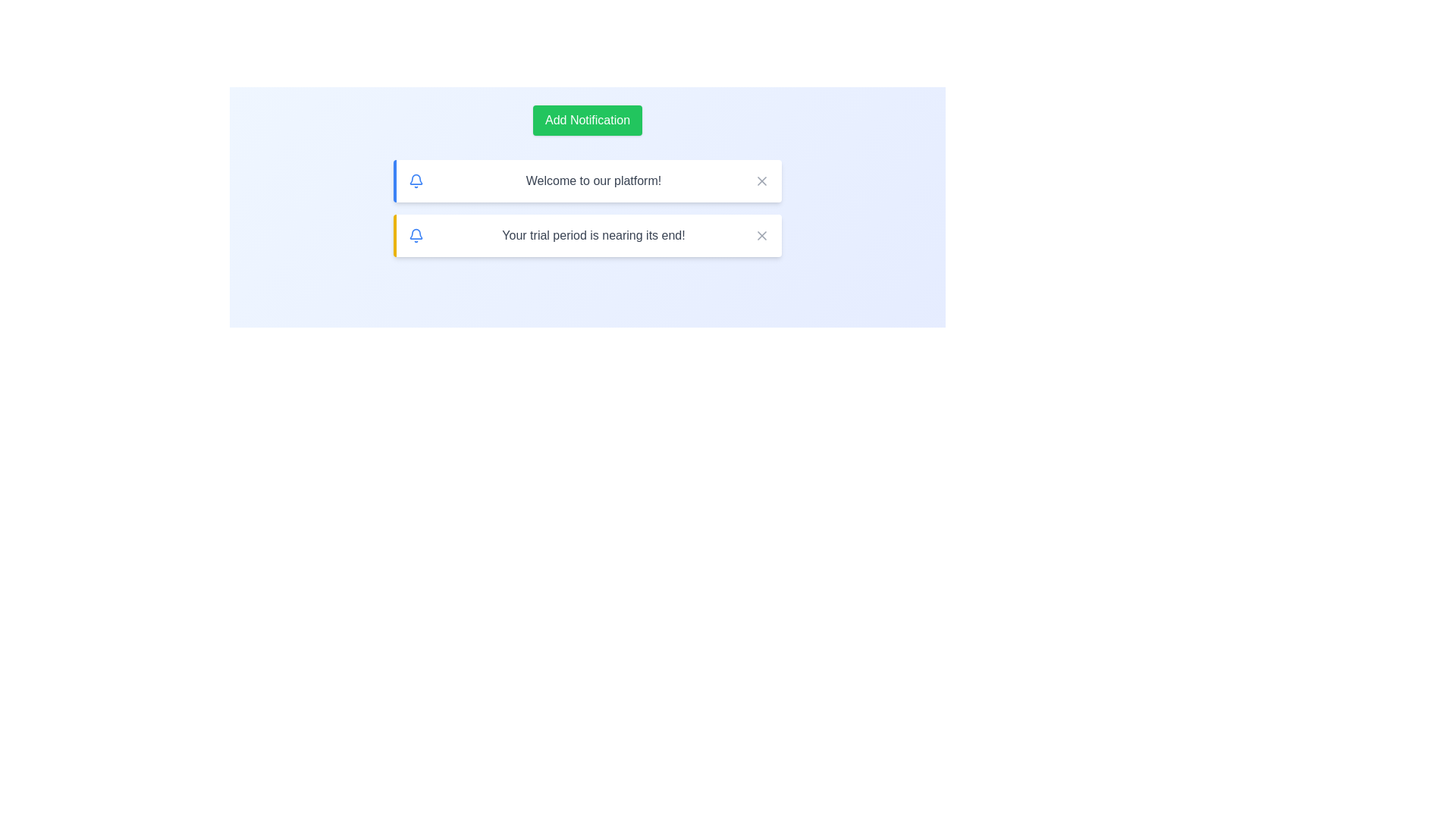 This screenshot has width=1456, height=819. I want to click on the close button for the notification with the message 'Your trial period is nearing its end!', so click(761, 236).